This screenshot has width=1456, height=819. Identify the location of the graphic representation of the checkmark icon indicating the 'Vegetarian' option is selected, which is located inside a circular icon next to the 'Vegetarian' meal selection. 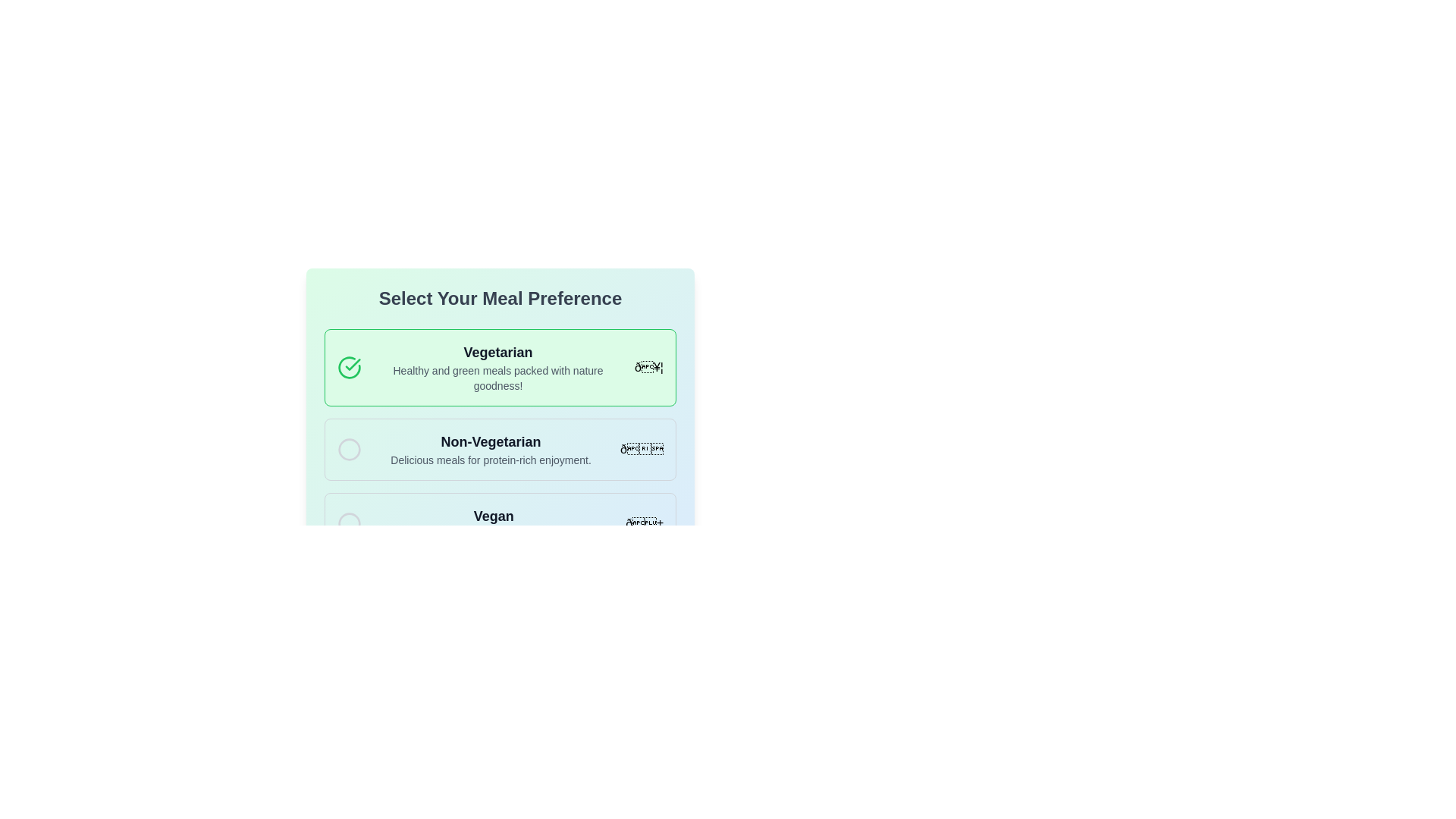
(352, 365).